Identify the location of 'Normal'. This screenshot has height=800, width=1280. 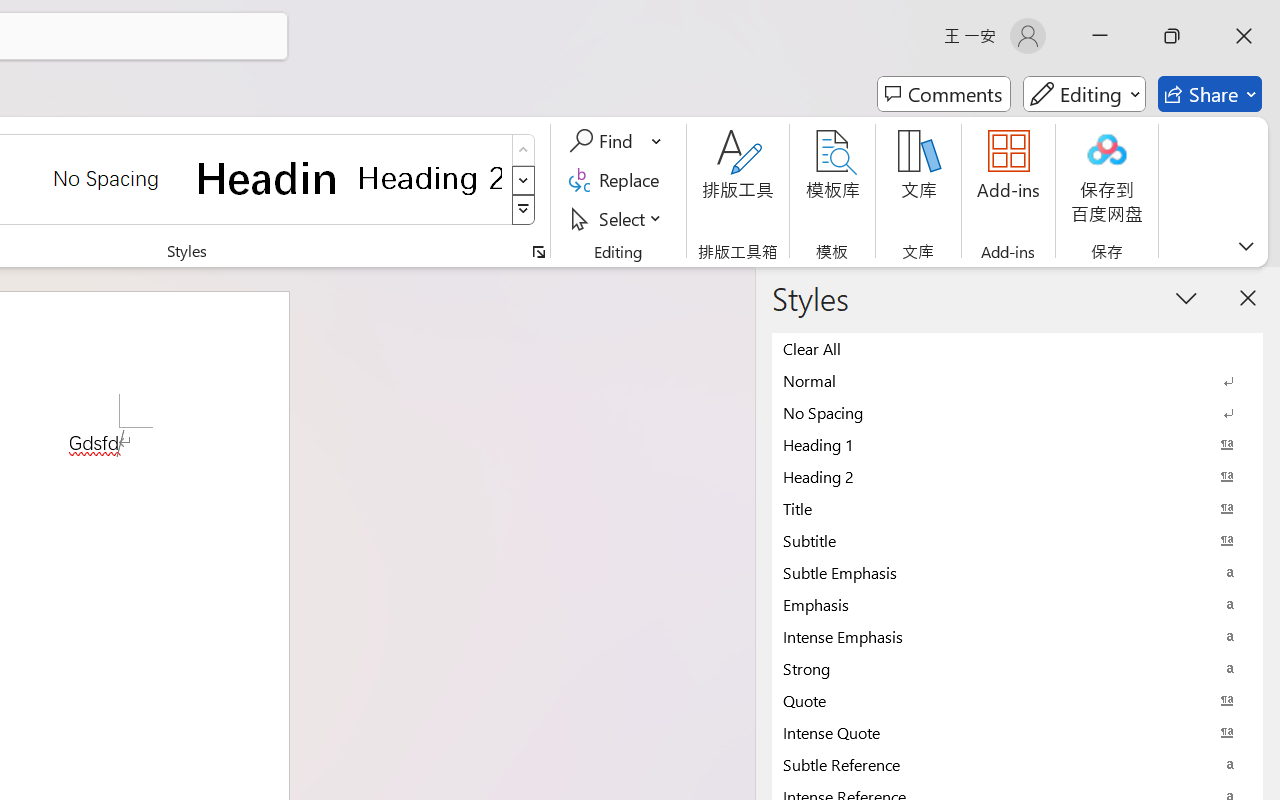
(1017, 379).